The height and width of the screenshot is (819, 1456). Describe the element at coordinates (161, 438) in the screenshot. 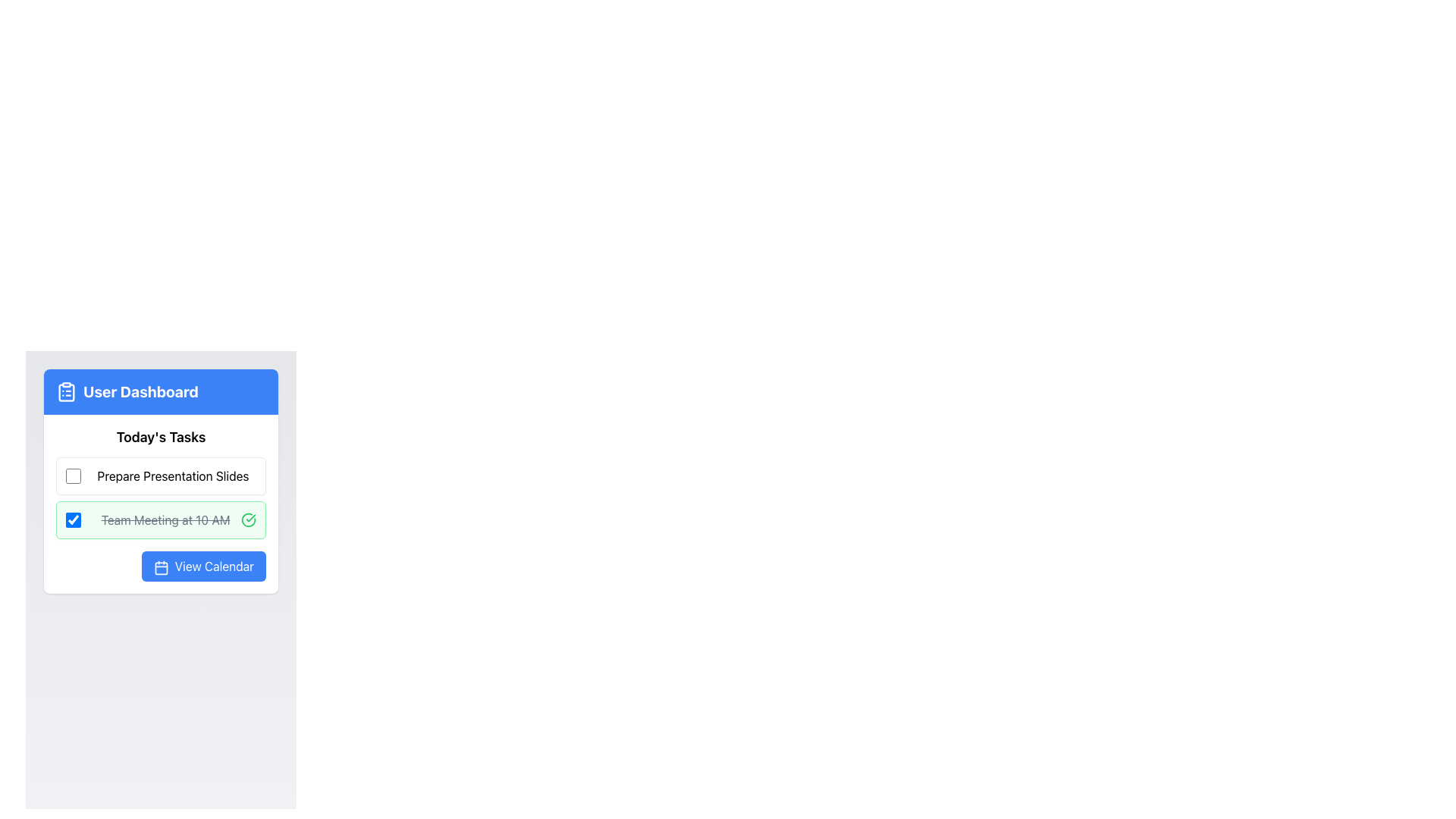

I see `the Static Text Display that prominently shows 'Today's Tasks' located under the 'User Dashboard' header` at that location.